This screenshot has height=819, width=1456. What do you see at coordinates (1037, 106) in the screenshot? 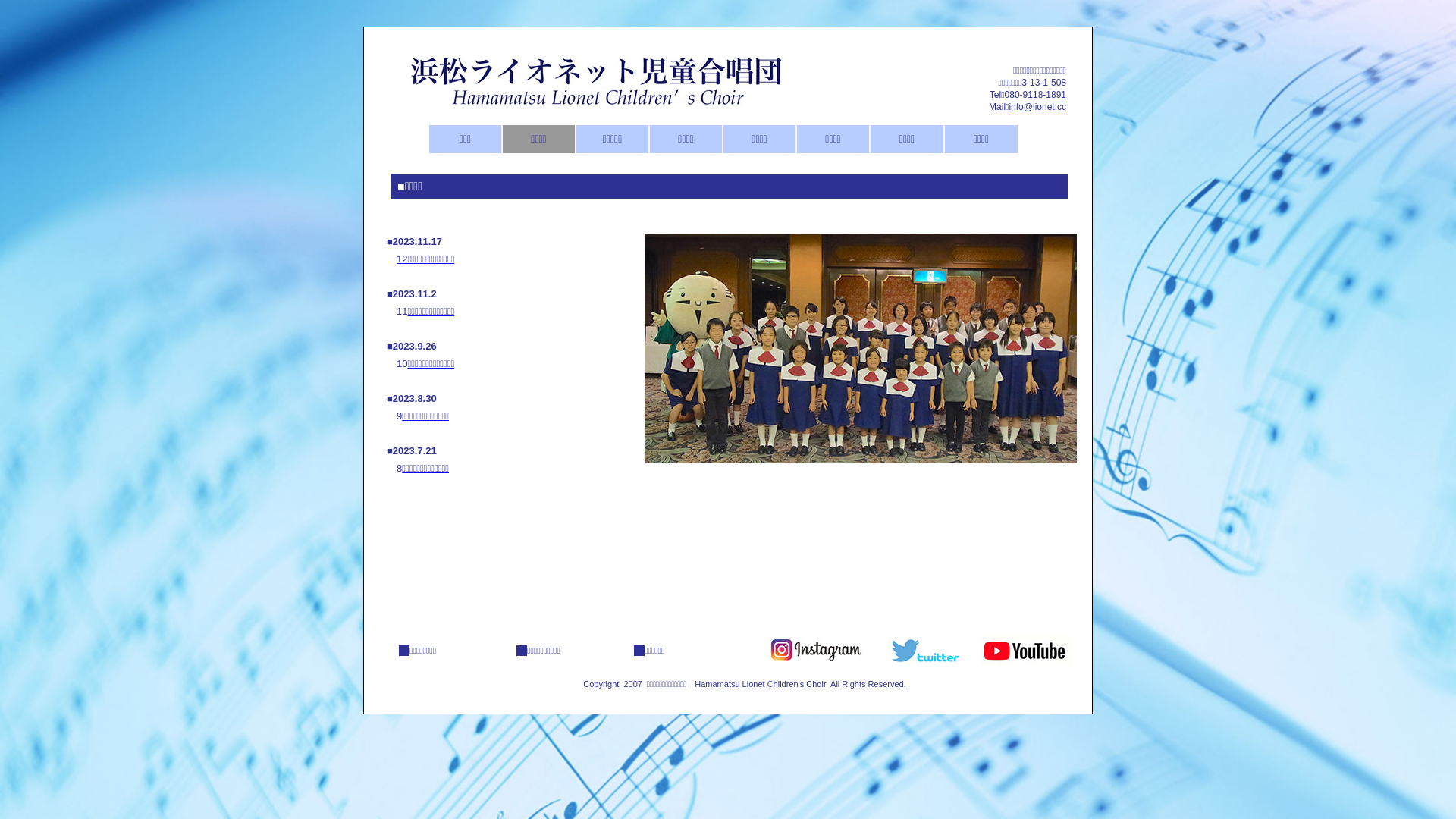
I see `'info@lionet.cc'` at bounding box center [1037, 106].